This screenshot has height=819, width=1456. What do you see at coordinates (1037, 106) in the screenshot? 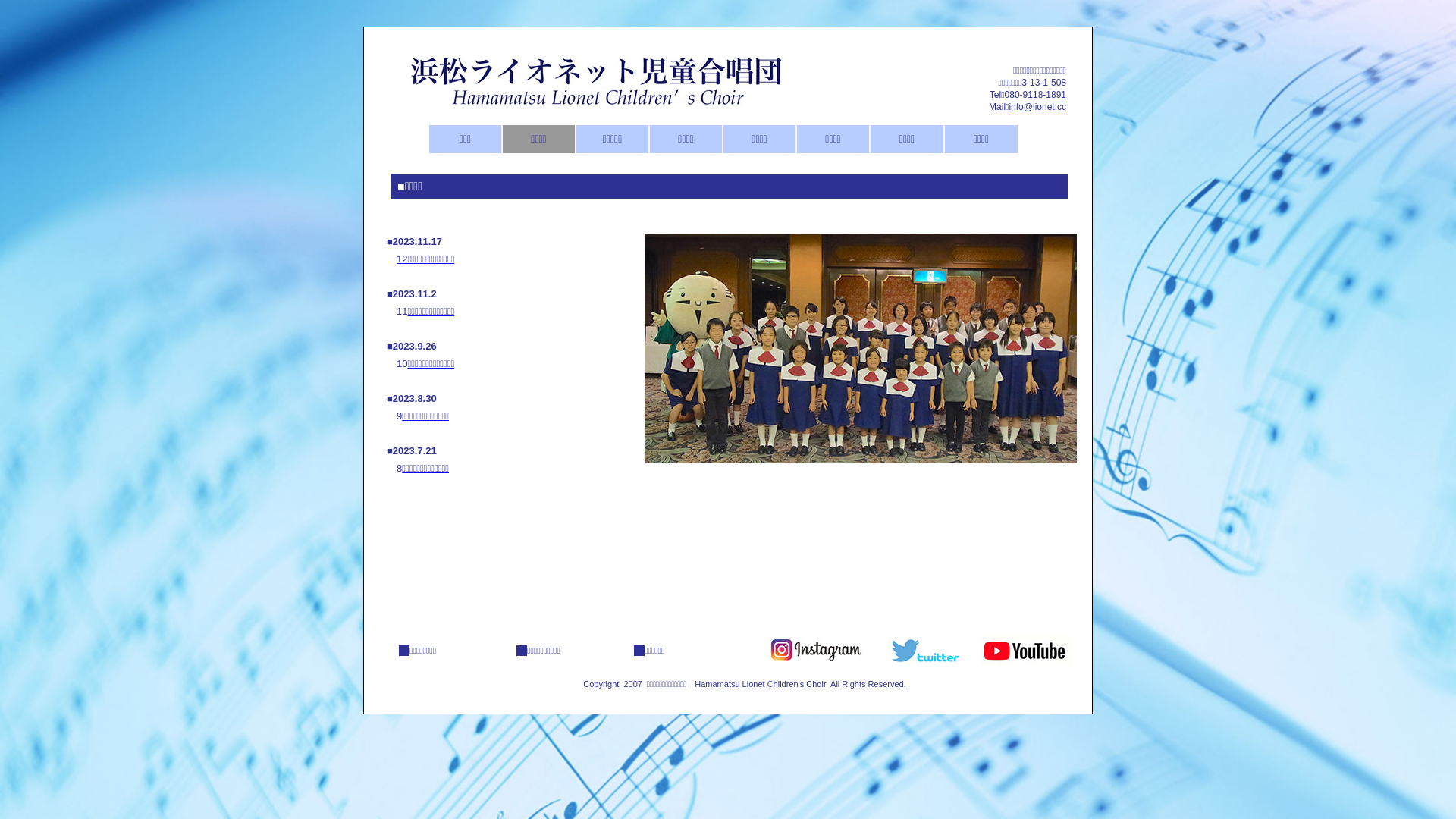
I see `'info@lionet.cc'` at bounding box center [1037, 106].